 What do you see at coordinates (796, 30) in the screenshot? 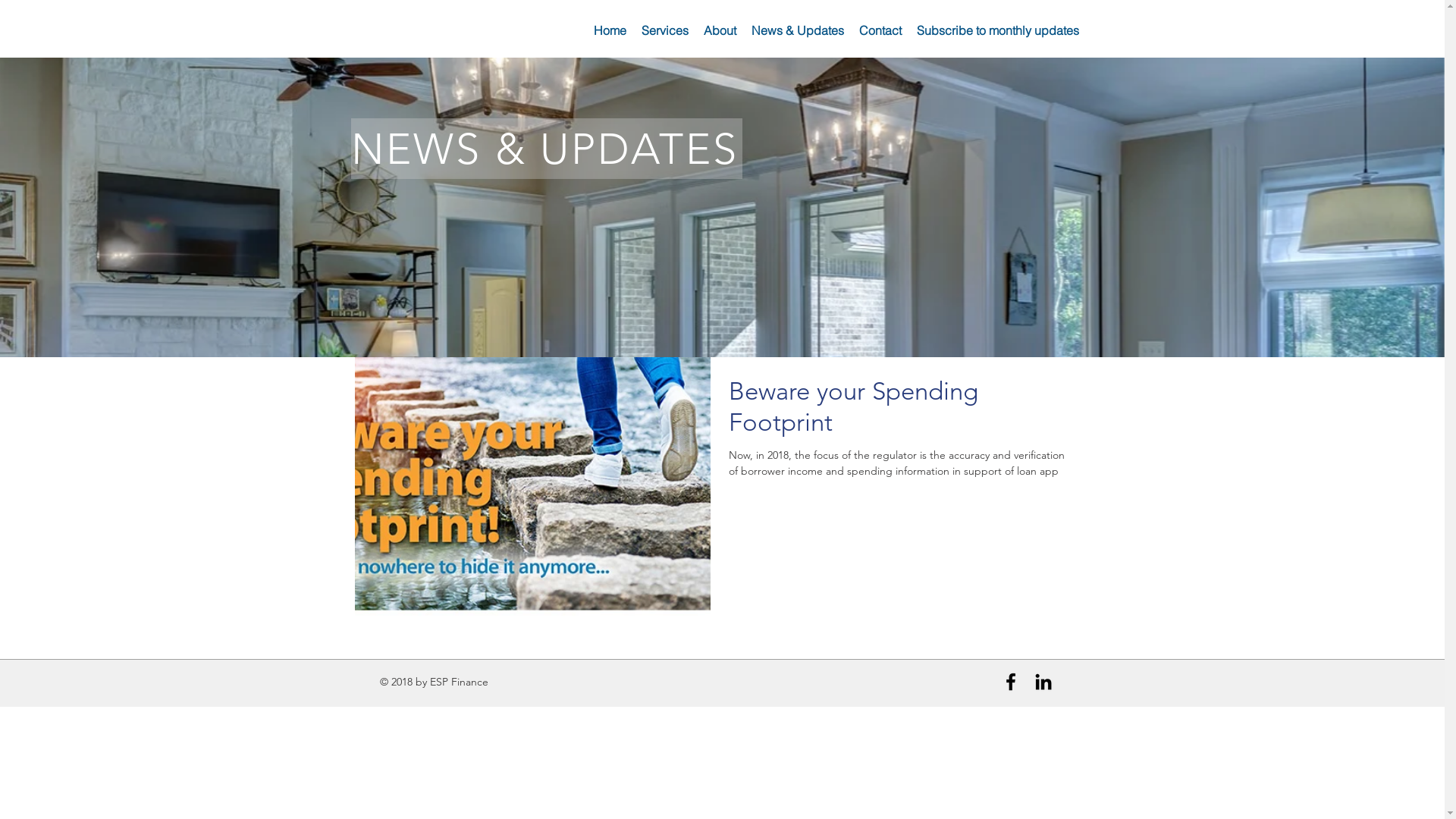
I see `'News & Updates'` at bounding box center [796, 30].